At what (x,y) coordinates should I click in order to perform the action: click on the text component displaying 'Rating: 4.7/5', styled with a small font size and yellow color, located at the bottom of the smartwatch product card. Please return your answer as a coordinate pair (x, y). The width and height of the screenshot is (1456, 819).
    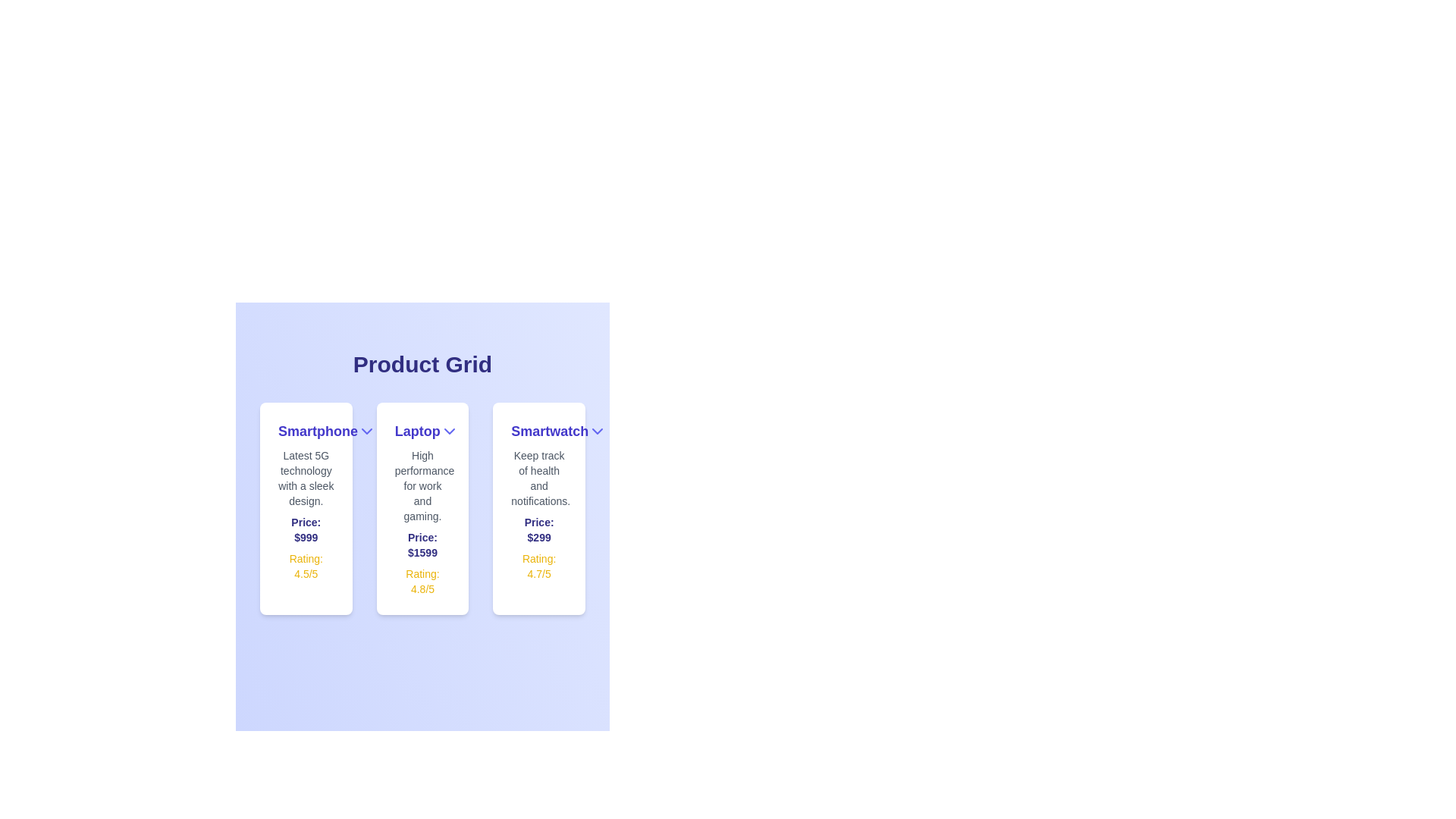
    Looking at the image, I should click on (539, 566).